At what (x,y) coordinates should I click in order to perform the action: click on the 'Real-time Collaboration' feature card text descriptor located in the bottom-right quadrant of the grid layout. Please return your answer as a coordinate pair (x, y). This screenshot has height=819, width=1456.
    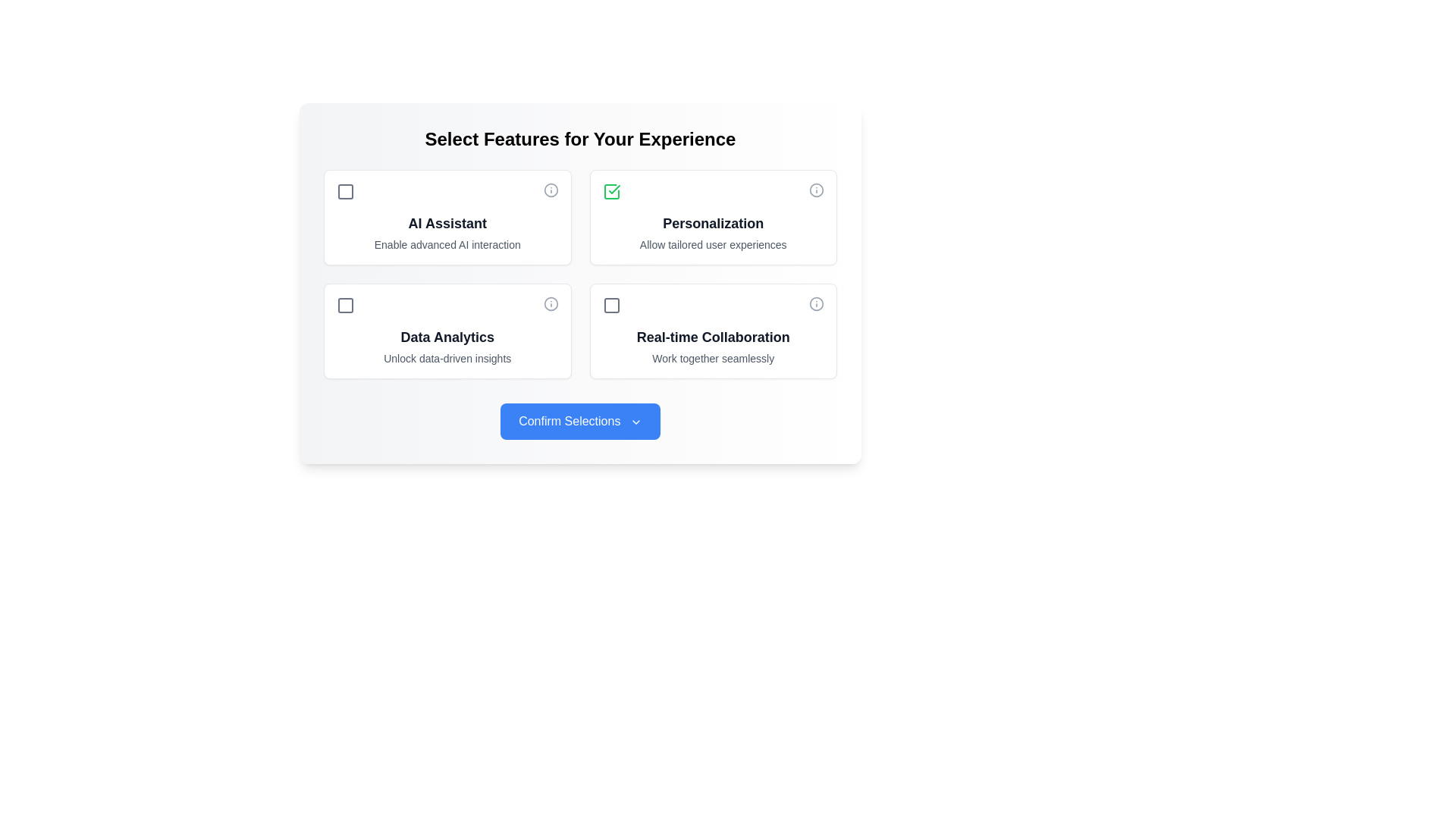
    Looking at the image, I should click on (712, 346).